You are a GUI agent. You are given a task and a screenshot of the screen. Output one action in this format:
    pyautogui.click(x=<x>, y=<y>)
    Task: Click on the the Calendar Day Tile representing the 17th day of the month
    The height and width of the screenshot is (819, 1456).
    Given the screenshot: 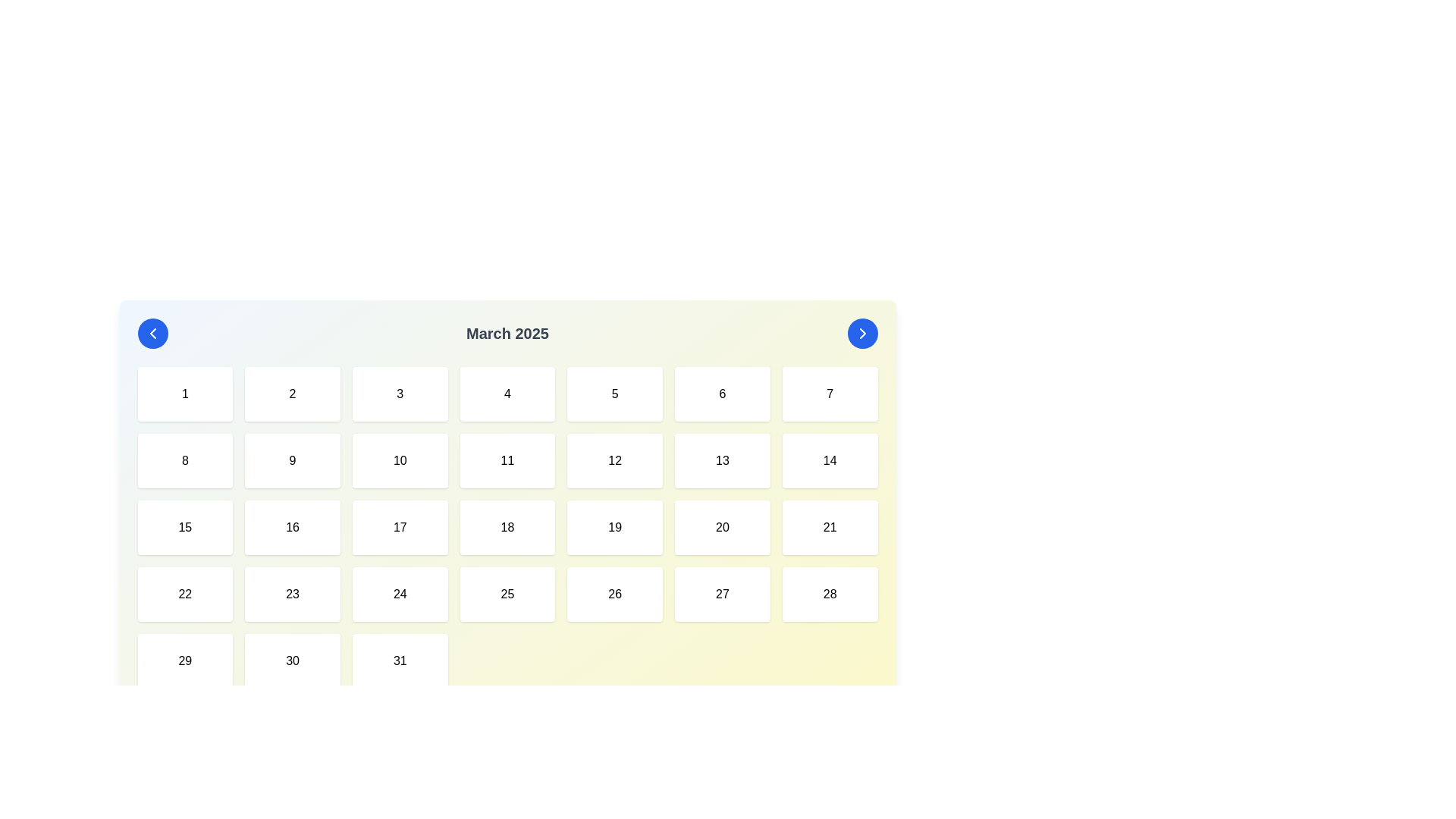 What is the action you would take?
    pyautogui.click(x=400, y=526)
    